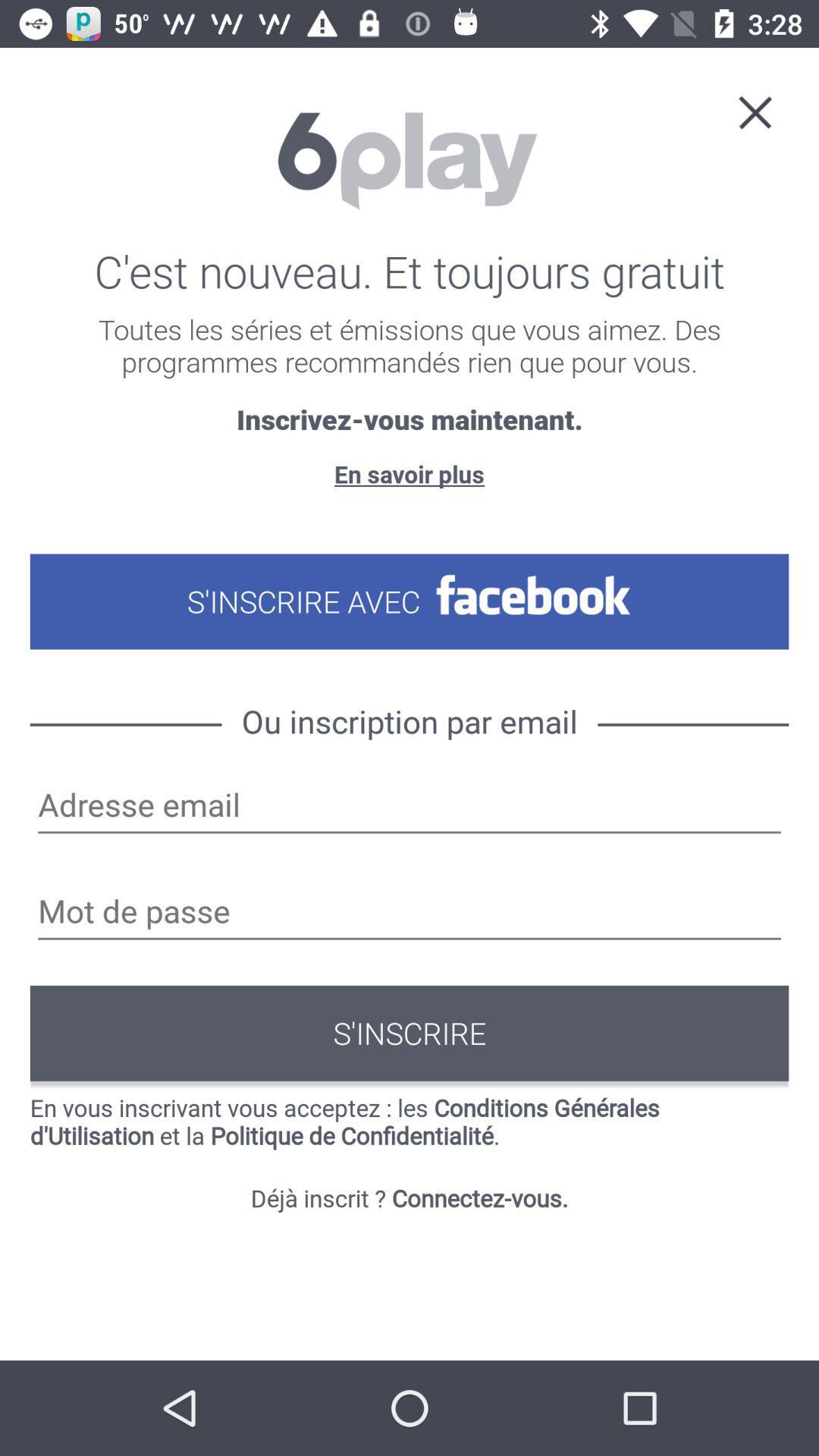 The height and width of the screenshot is (1456, 819). What do you see at coordinates (755, 111) in the screenshot?
I see `item above c est nouveau item` at bounding box center [755, 111].